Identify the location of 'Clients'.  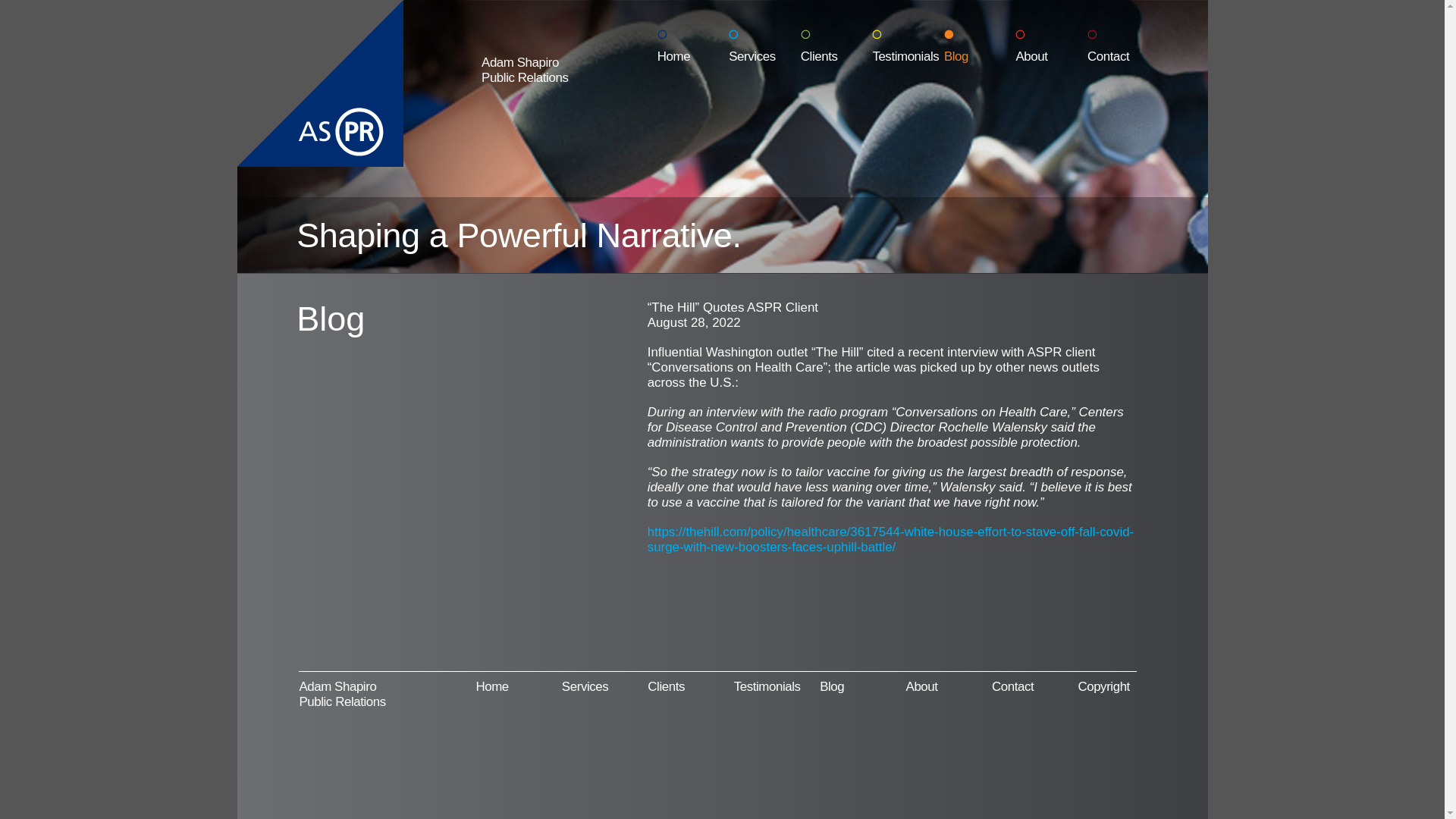
(800, 45).